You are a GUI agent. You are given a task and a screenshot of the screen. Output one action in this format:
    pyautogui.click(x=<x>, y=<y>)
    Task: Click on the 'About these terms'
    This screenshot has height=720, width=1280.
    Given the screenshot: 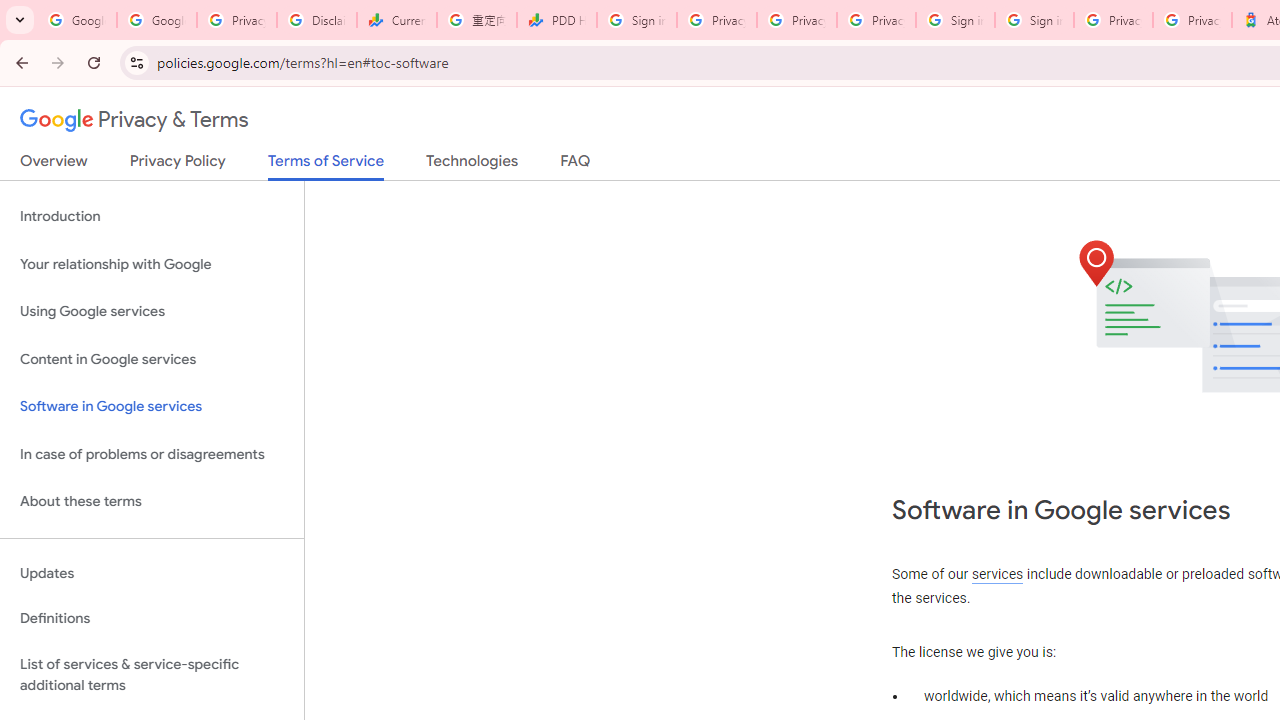 What is the action you would take?
    pyautogui.click(x=151, y=501)
    